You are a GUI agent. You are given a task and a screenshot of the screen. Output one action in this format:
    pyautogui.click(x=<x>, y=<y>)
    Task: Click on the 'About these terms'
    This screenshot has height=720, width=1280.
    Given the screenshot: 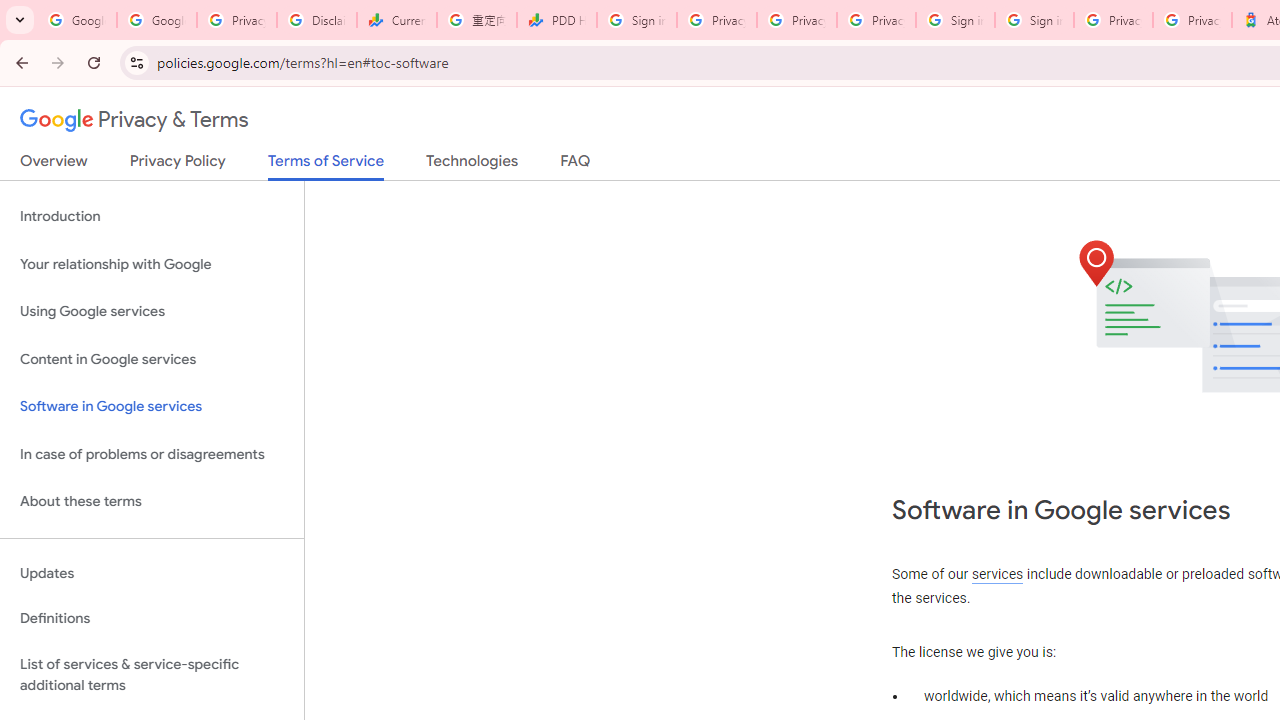 What is the action you would take?
    pyautogui.click(x=151, y=501)
    